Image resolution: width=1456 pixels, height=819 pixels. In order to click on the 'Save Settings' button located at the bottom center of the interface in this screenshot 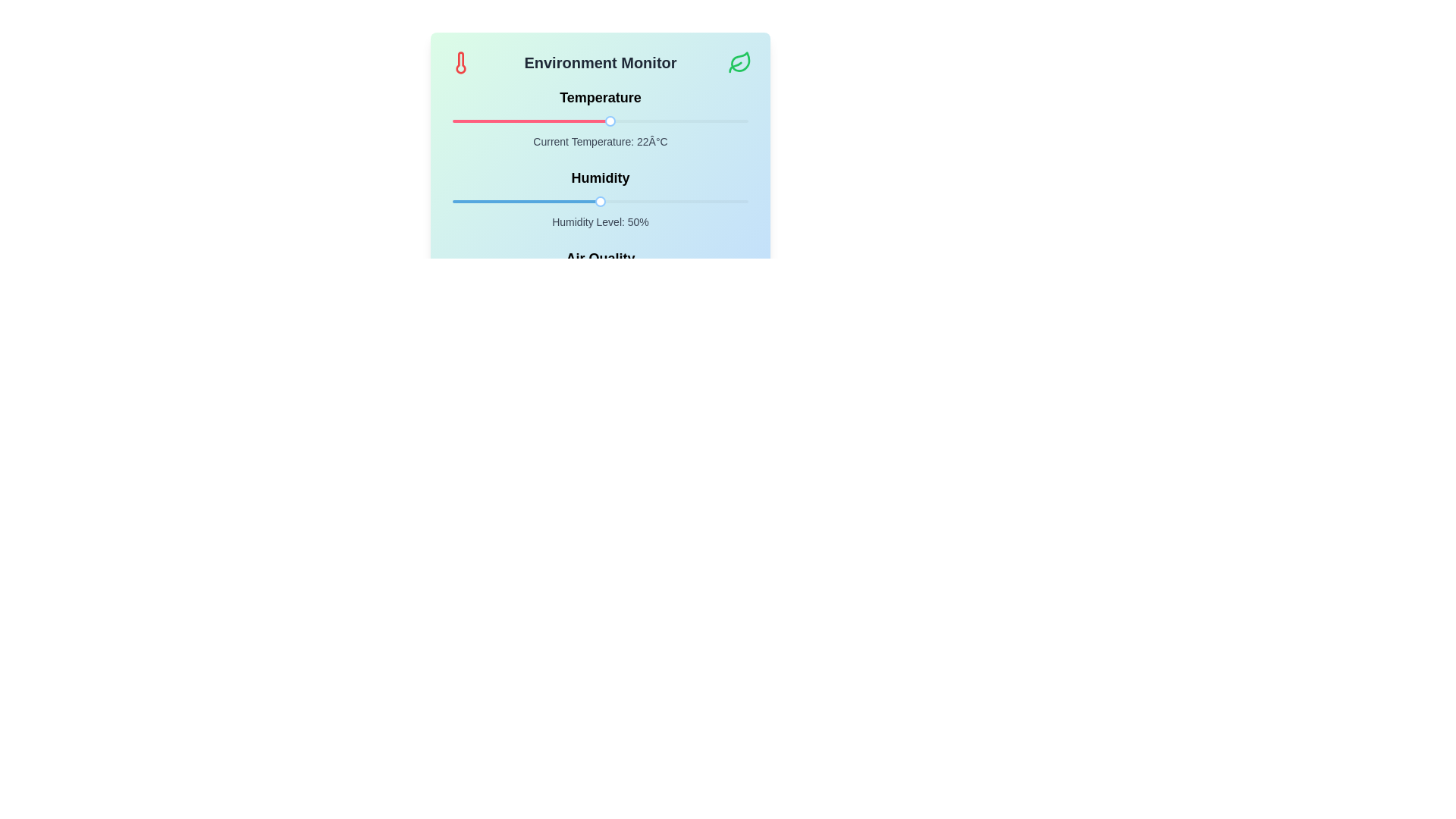, I will do `click(600, 343)`.